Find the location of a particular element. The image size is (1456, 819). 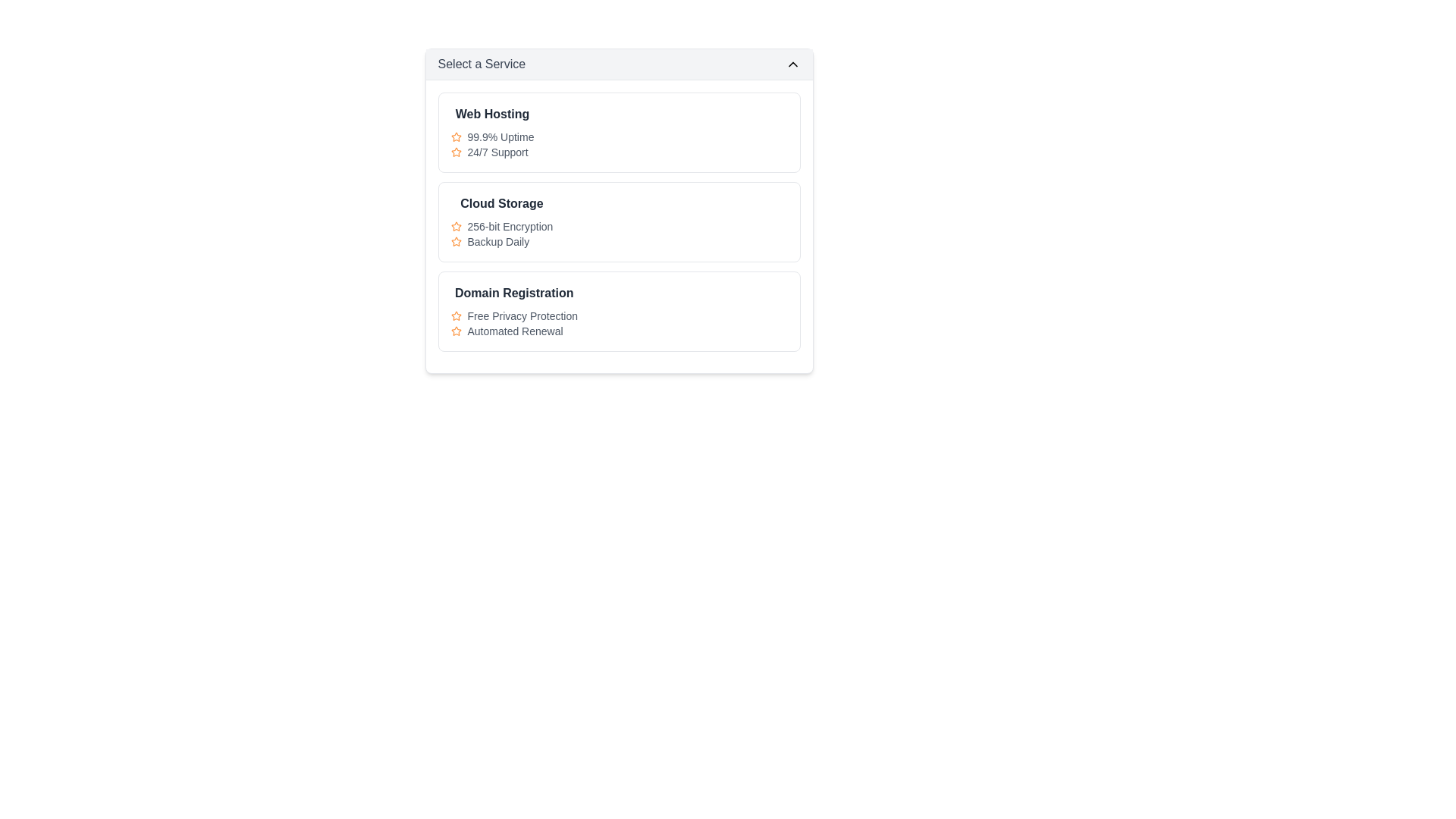

the visual icon representing the 'Cloud Storage' service, positioned to the left of the descriptive text in the second list item is located at coordinates (455, 240).